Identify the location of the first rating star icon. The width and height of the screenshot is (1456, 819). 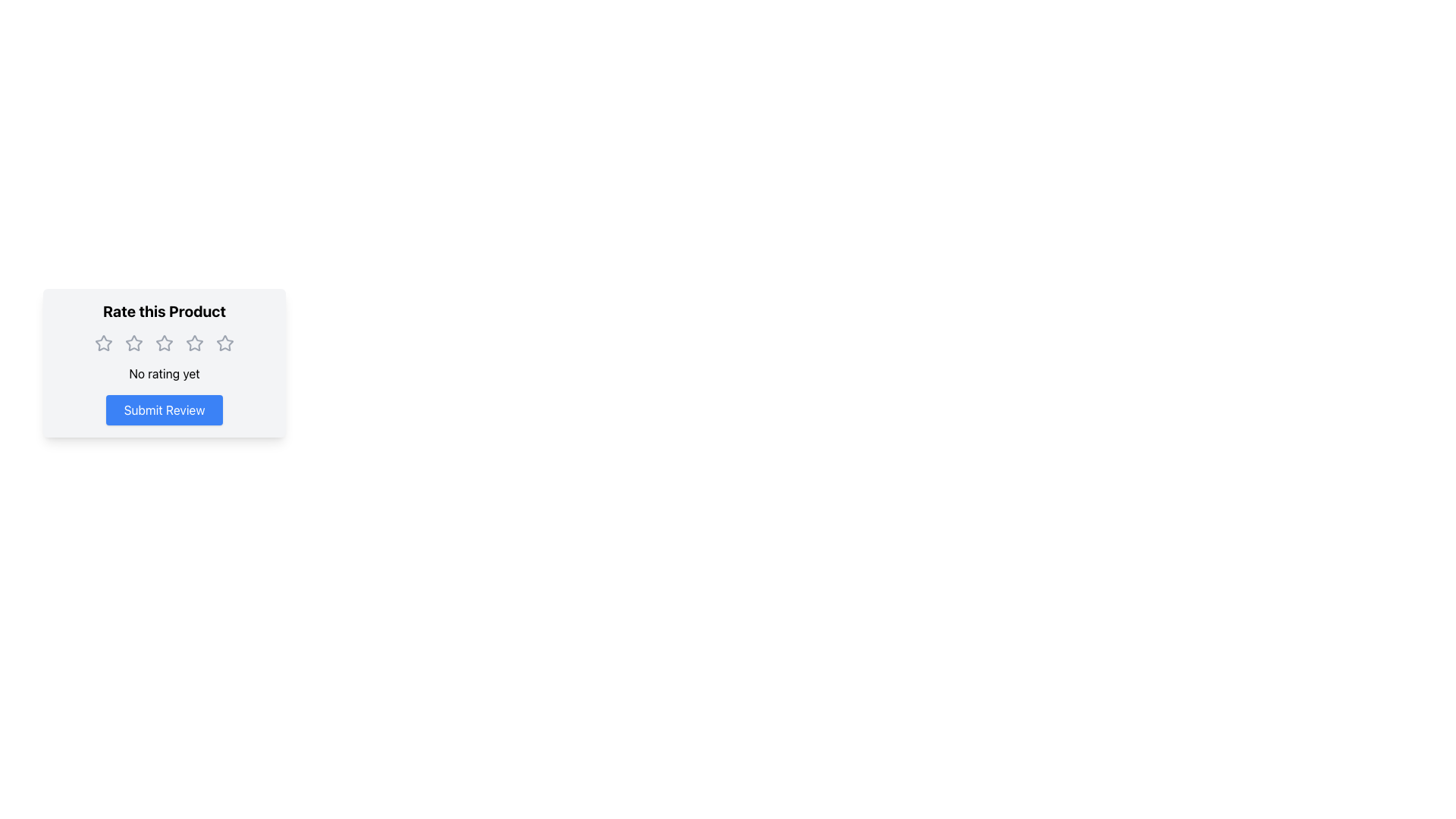
(103, 343).